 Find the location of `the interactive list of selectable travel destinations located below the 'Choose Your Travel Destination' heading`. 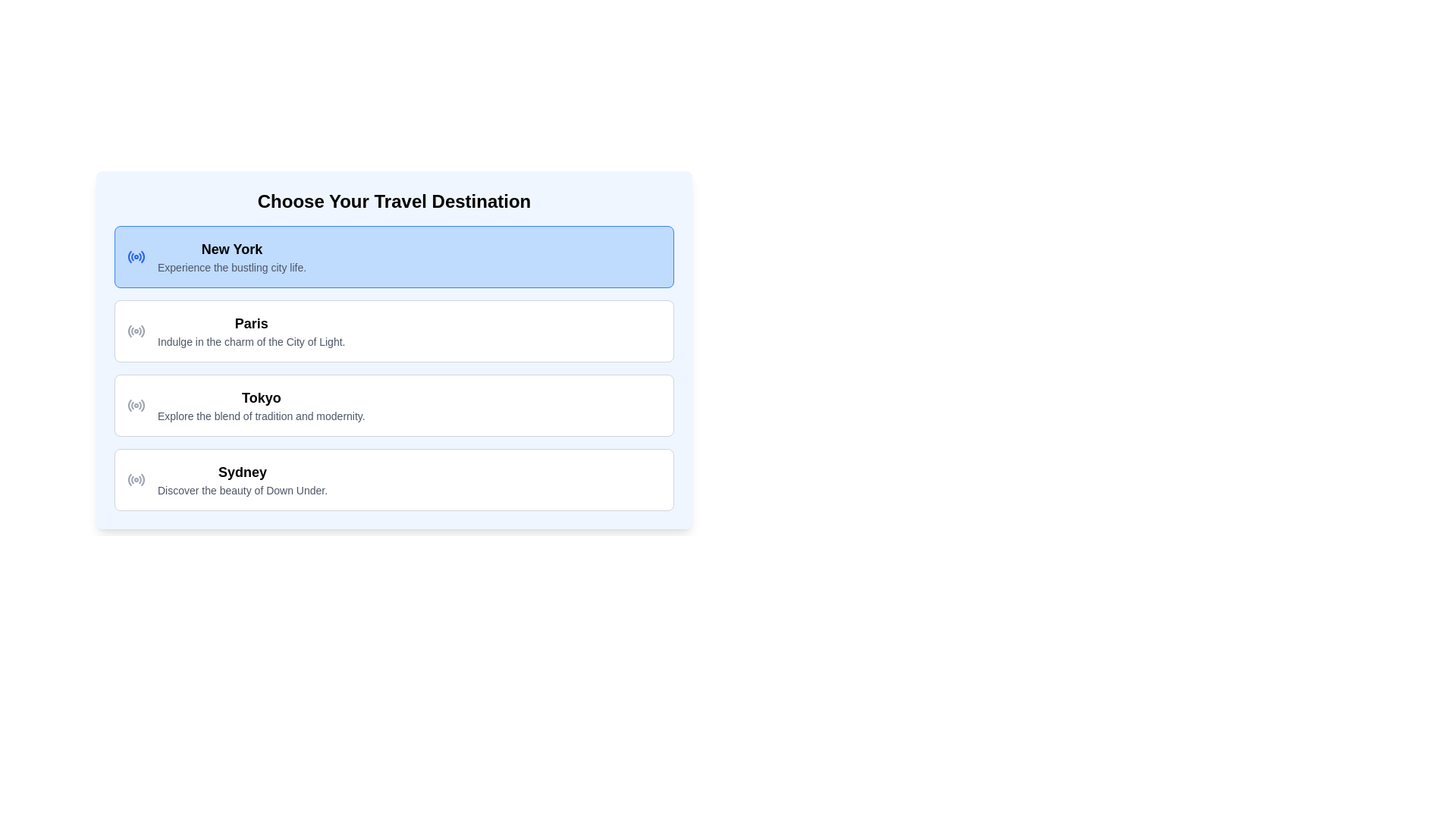

the interactive list of selectable travel destinations located below the 'Choose Your Travel Destination' heading is located at coordinates (394, 369).